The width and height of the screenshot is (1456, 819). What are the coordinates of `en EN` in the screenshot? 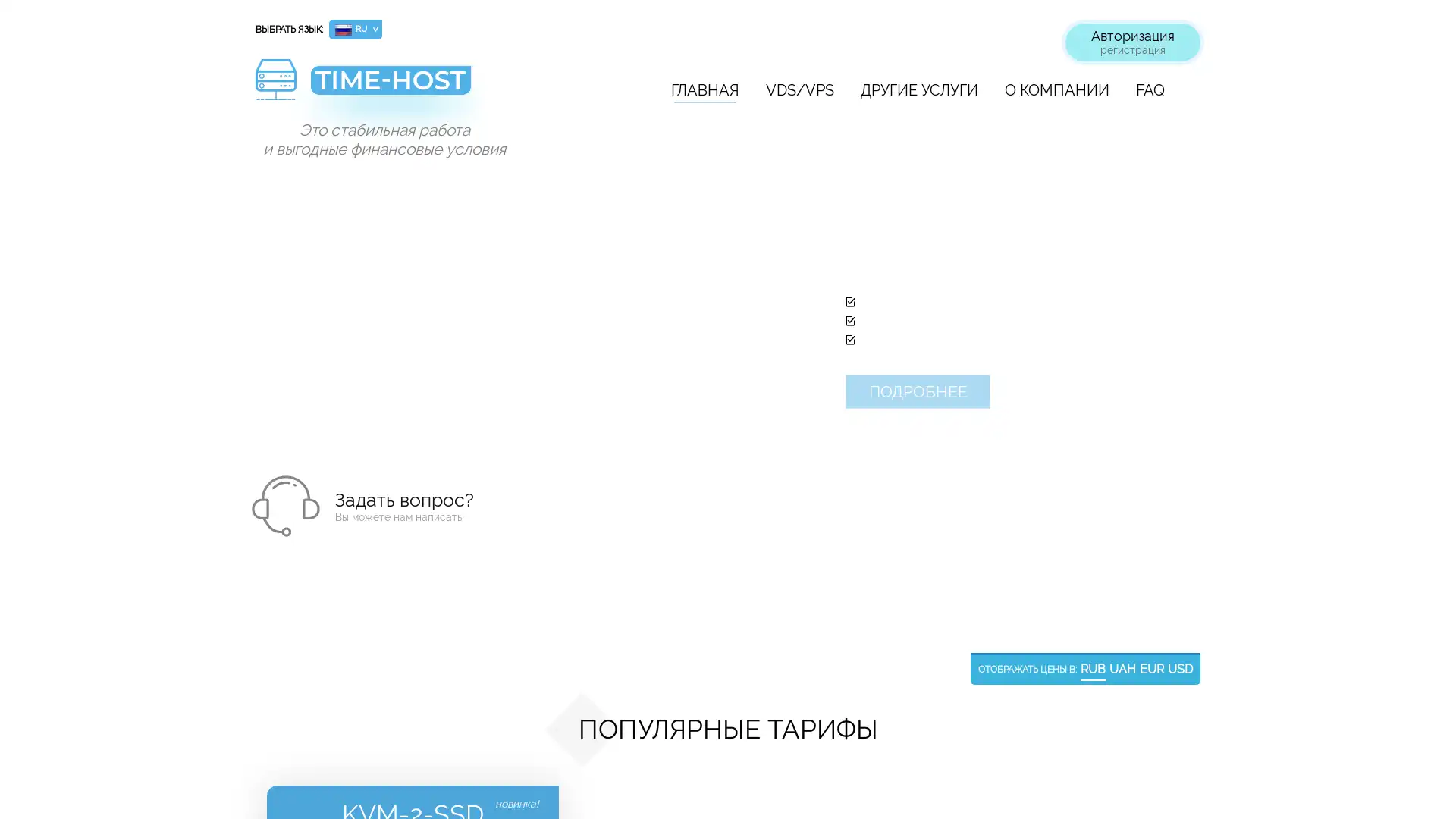 It's located at (355, 49).